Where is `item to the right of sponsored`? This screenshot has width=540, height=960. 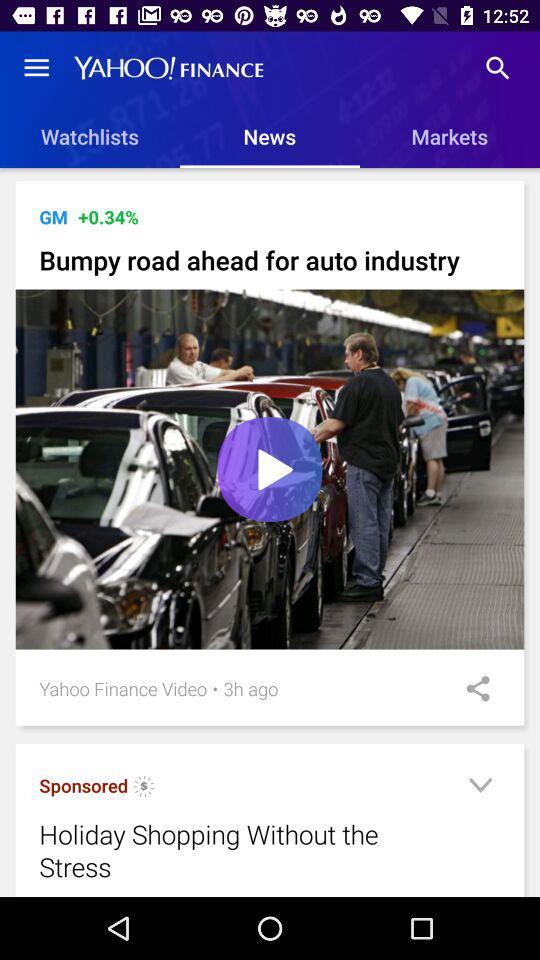 item to the right of sponsored is located at coordinates (143, 789).